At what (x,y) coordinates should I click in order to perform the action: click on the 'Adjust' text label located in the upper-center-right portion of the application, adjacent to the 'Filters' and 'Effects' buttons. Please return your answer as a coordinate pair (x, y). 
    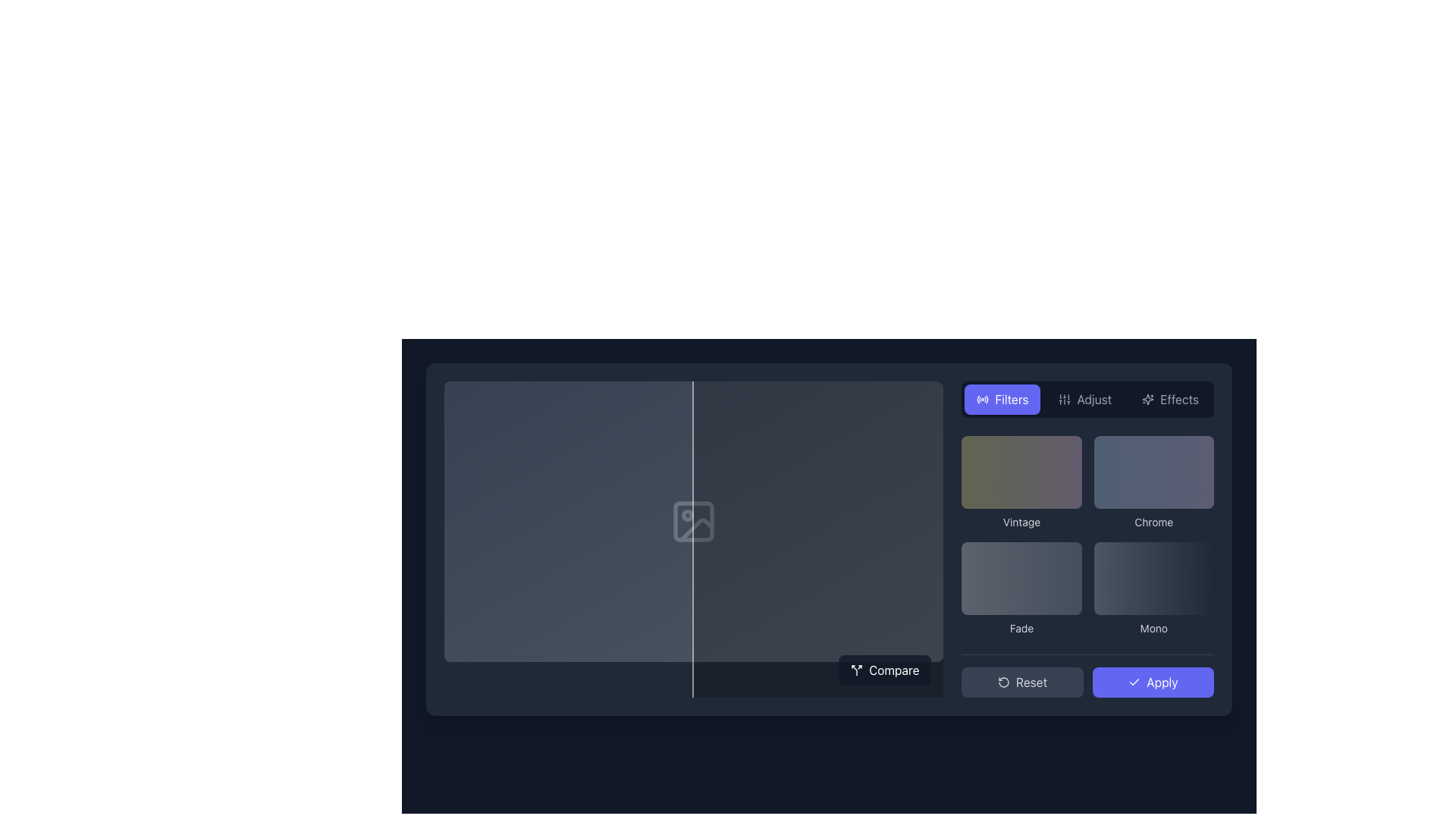
    Looking at the image, I should click on (1094, 399).